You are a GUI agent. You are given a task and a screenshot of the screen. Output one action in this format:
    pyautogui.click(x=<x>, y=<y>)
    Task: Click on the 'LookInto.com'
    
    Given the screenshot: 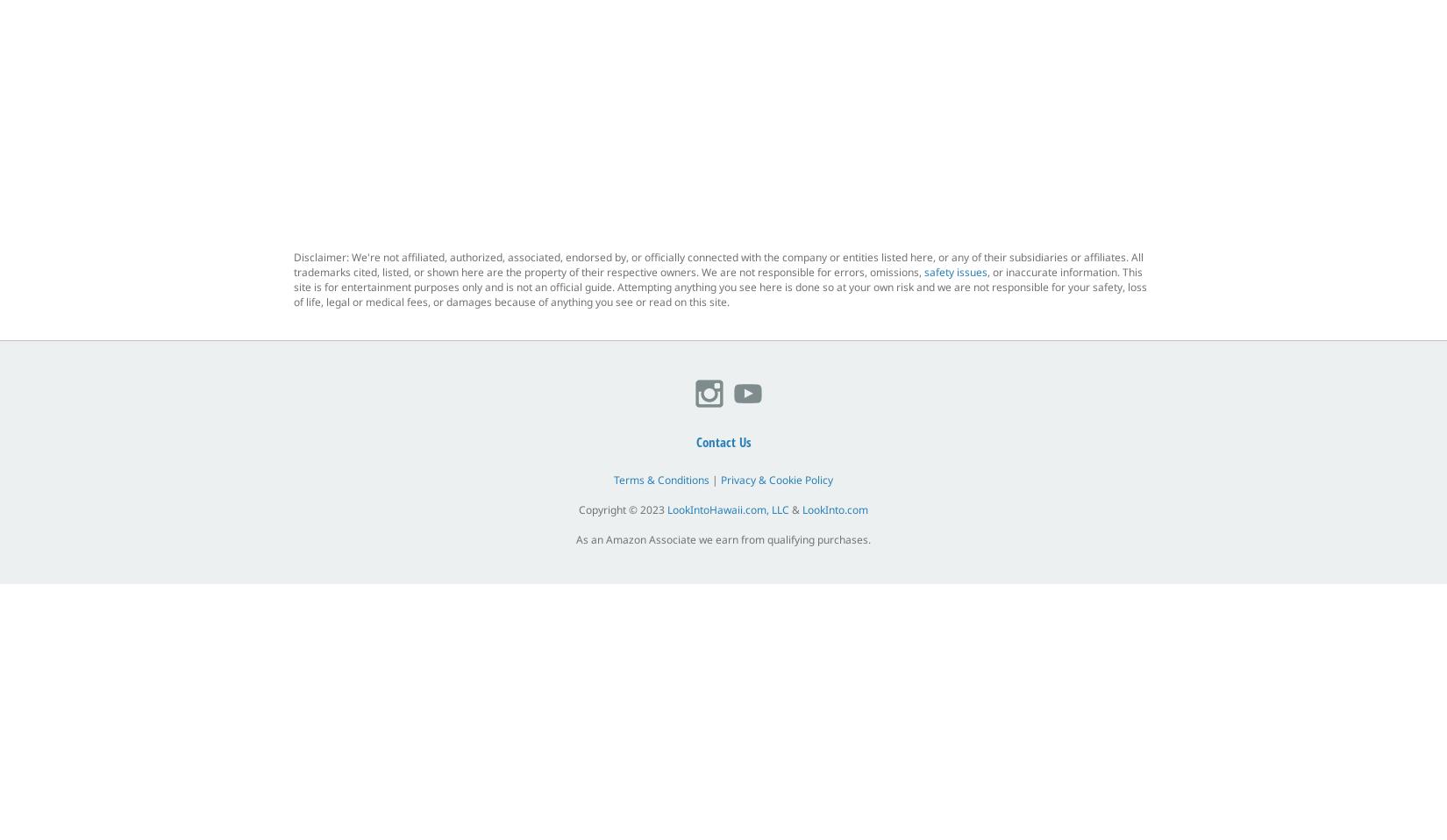 What is the action you would take?
    pyautogui.click(x=835, y=509)
    